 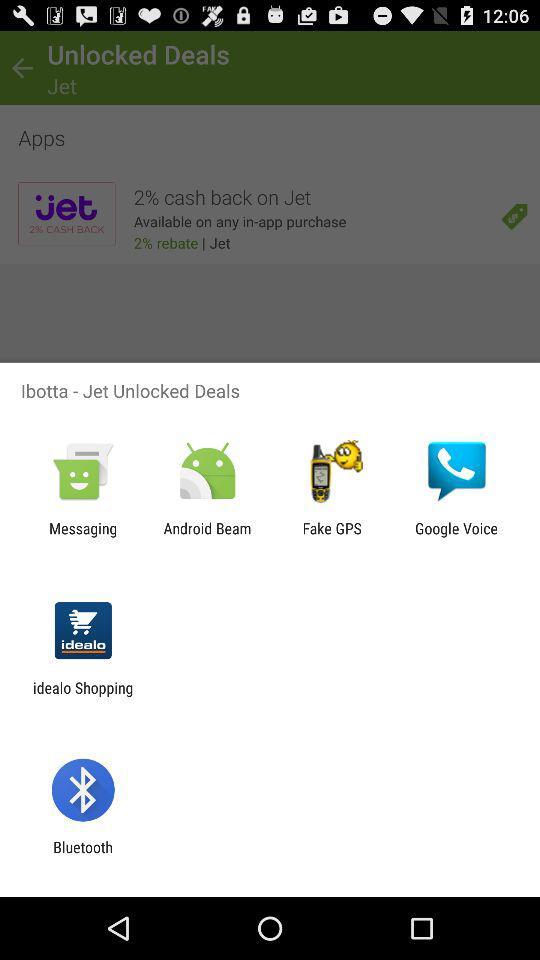 What do you see at coordinates (82, 696) in the screenshot?
I see `the idealo shopping` at bounding box center [82, 696].